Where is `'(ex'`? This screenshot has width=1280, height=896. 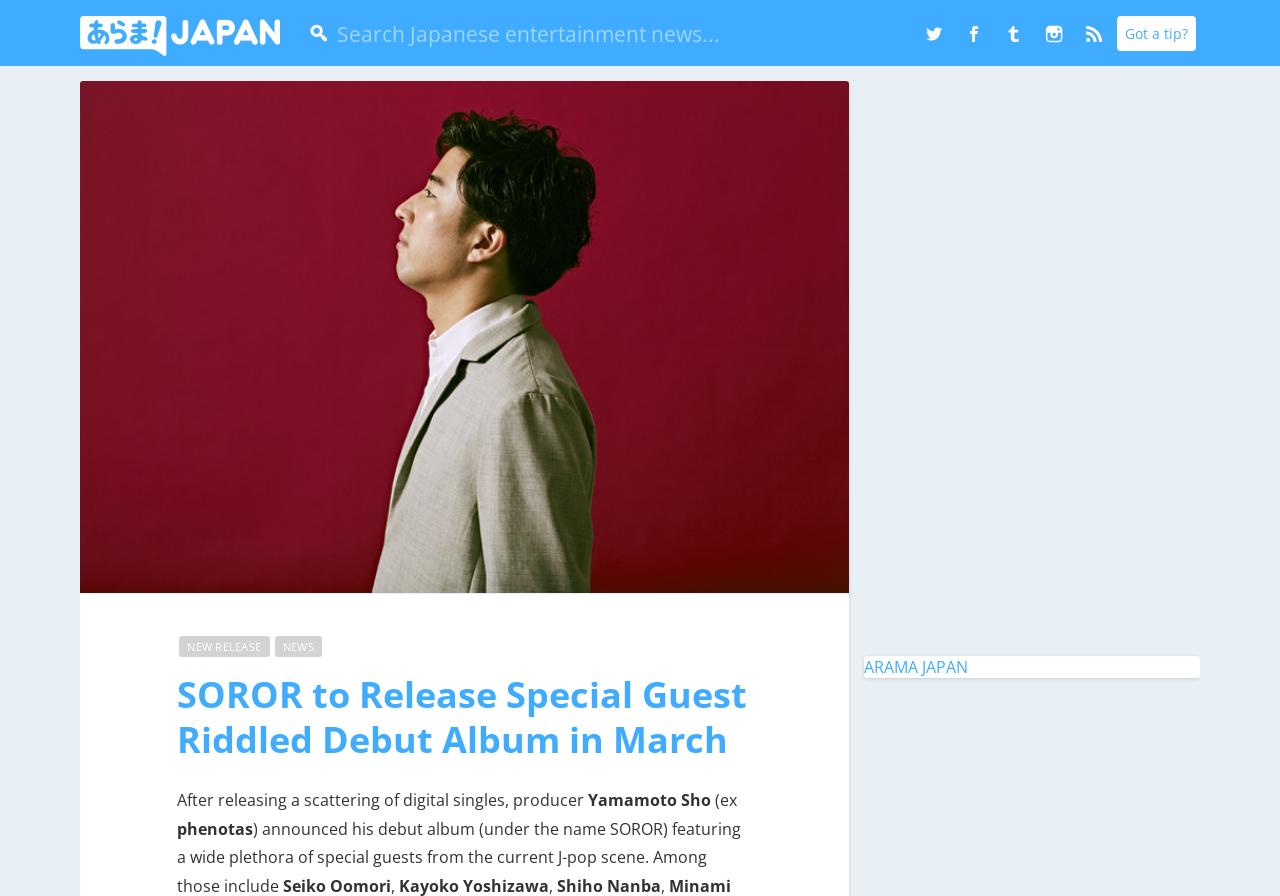
'(ex' is located at coordinates (711, 798).